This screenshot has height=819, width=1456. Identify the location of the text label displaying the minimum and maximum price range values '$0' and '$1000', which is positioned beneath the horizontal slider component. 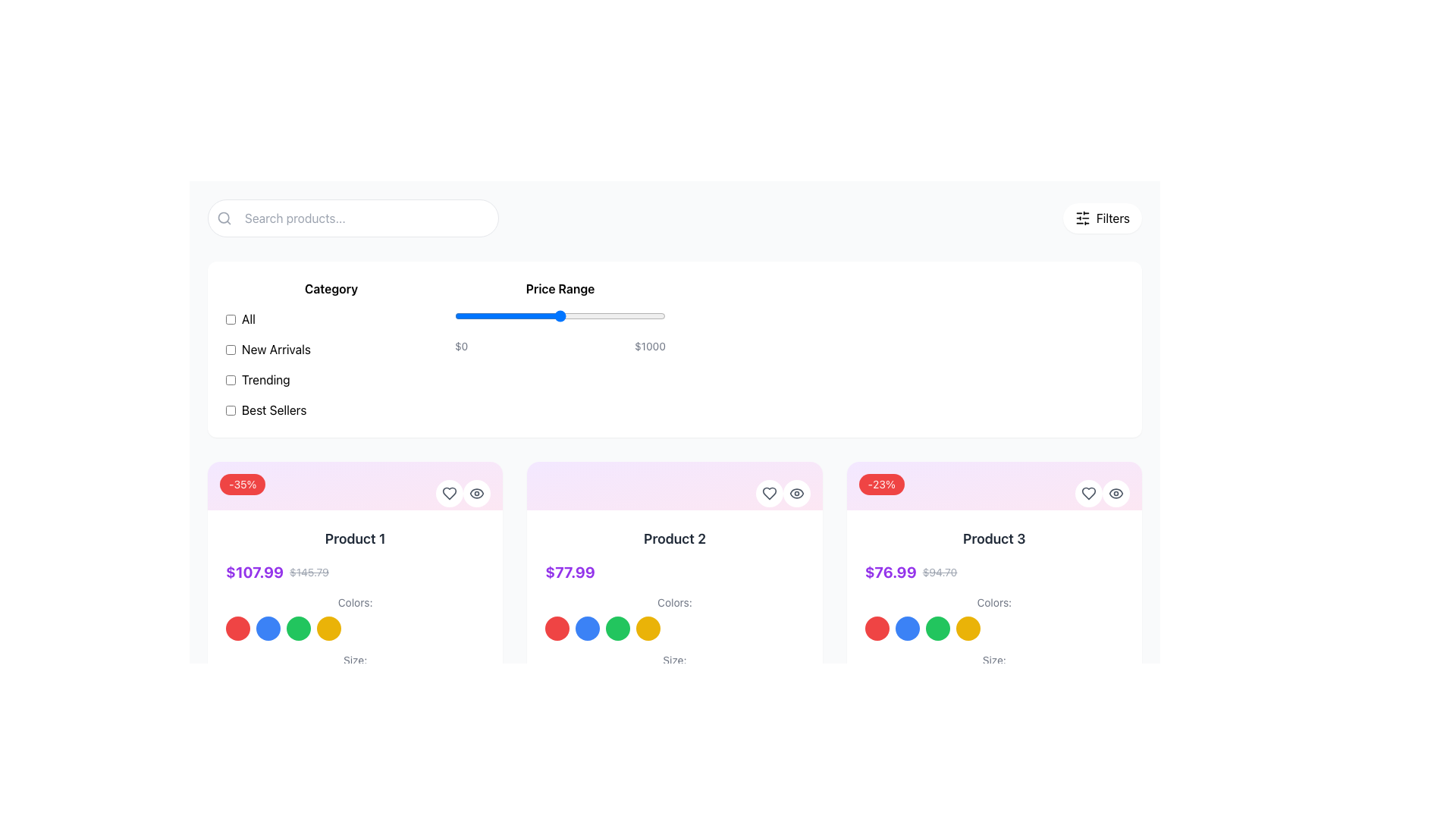
(560, 346).